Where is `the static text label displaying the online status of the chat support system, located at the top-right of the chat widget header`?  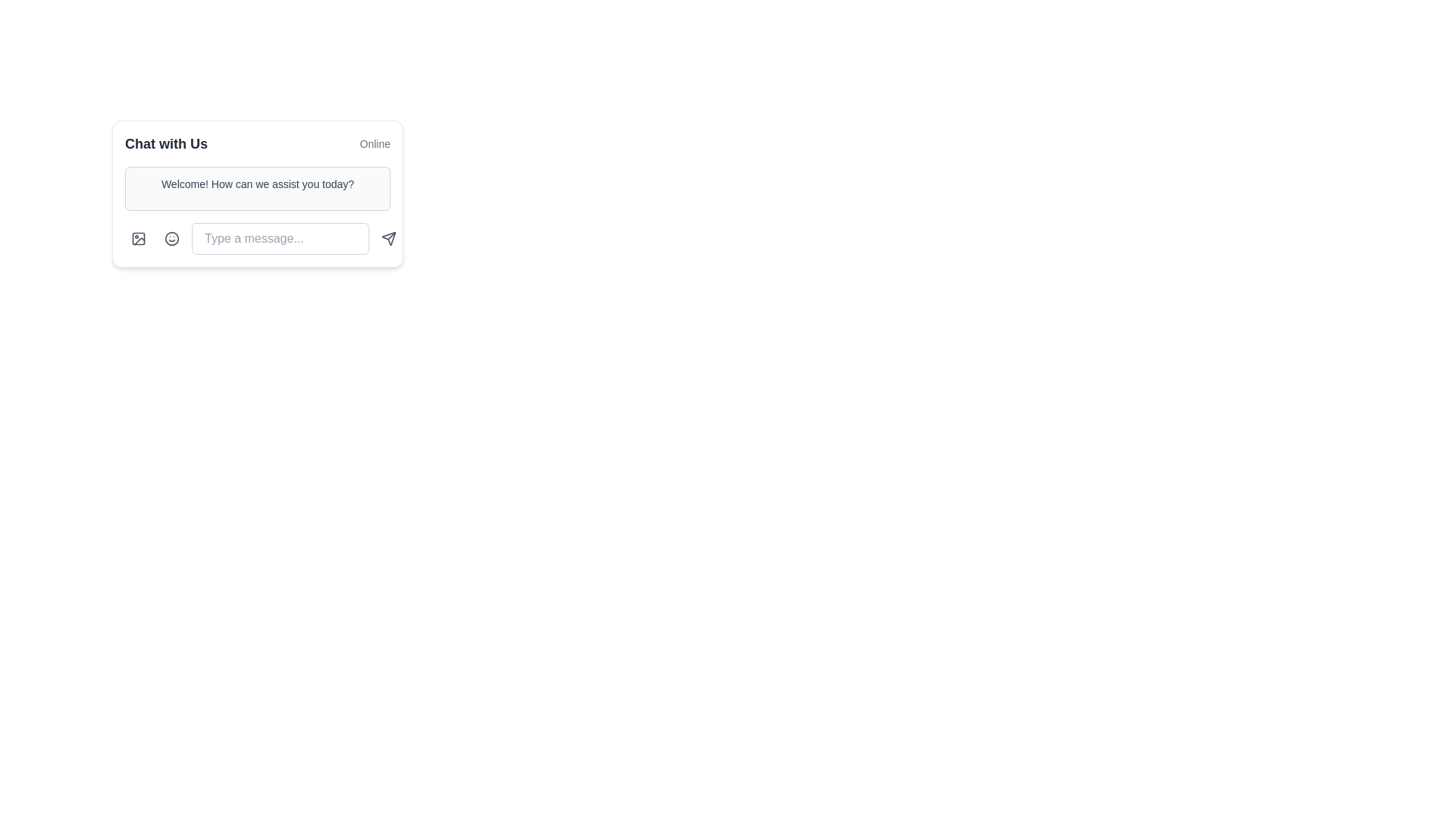
the static text label displaying the online status of the chat support system, located at the top-right of the chat widget header is located at coordinates (375, 143).